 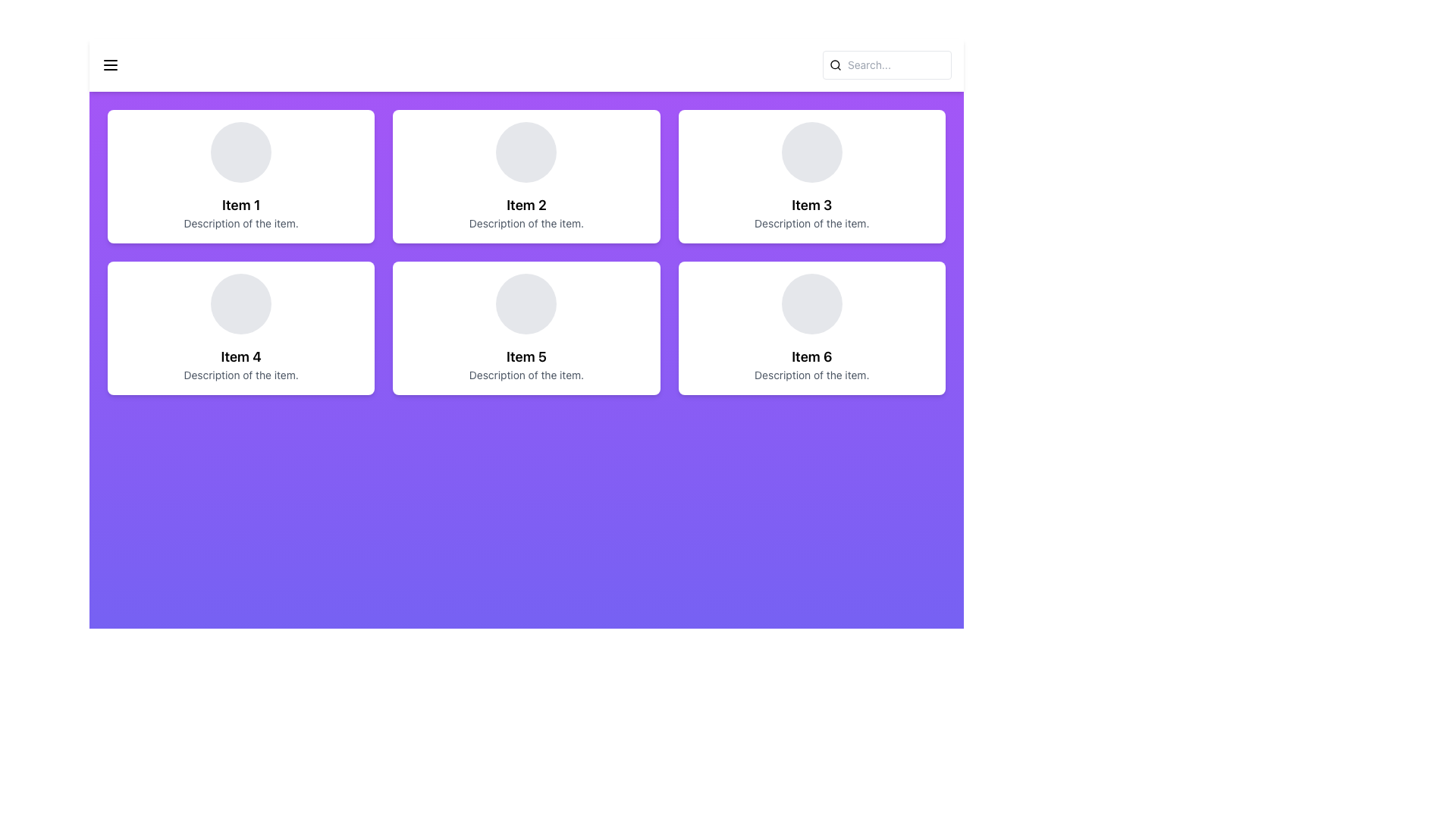 What do you see at coordinates (834, 64) in the screenshot?
I see `the decorative circular element of the search icon located in the top-right corner of the interface` at bounding box center [834, 64].